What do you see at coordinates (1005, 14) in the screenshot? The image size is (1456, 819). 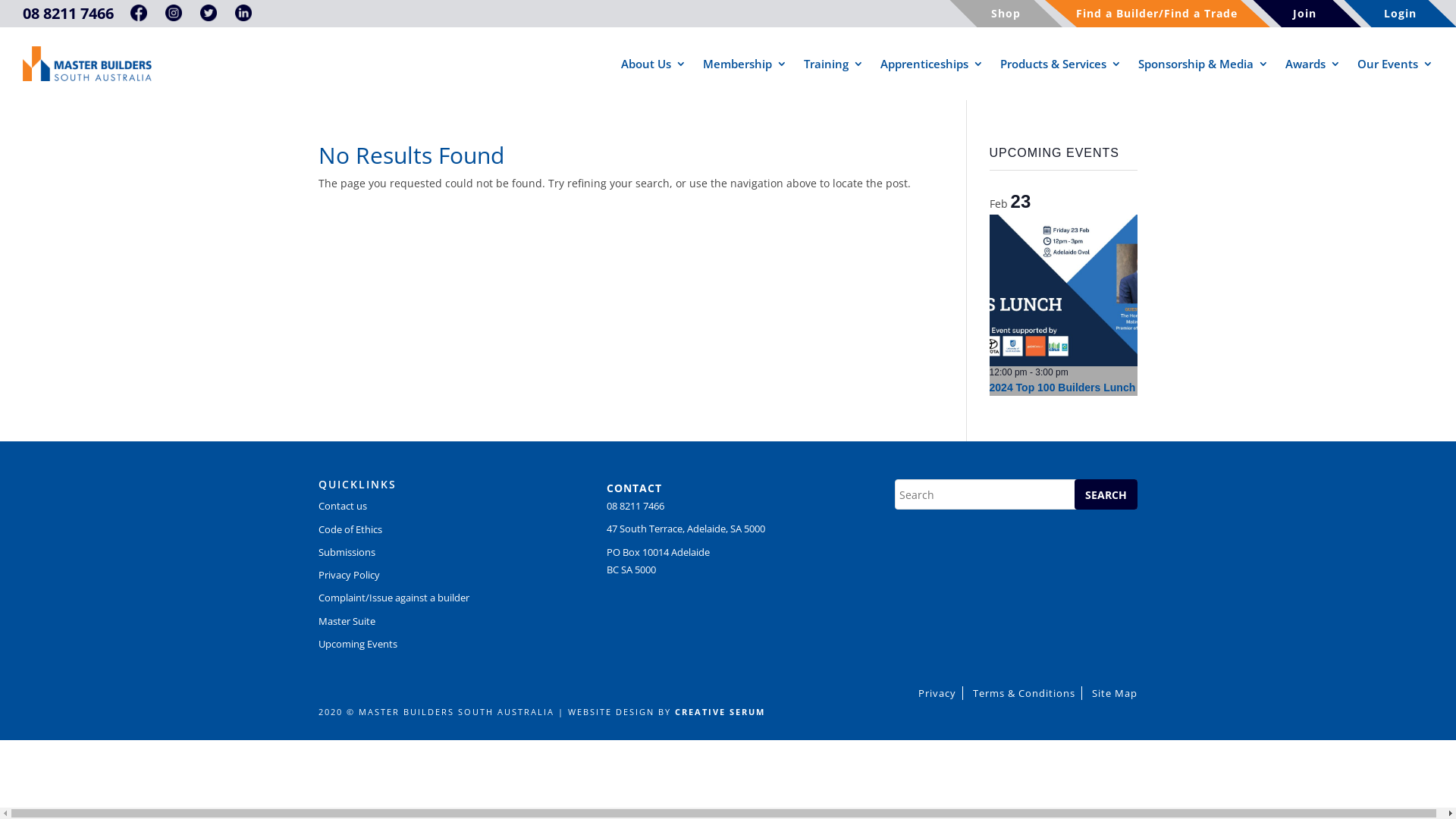 I see `'Shop'` at bounding box center [1005, 14].